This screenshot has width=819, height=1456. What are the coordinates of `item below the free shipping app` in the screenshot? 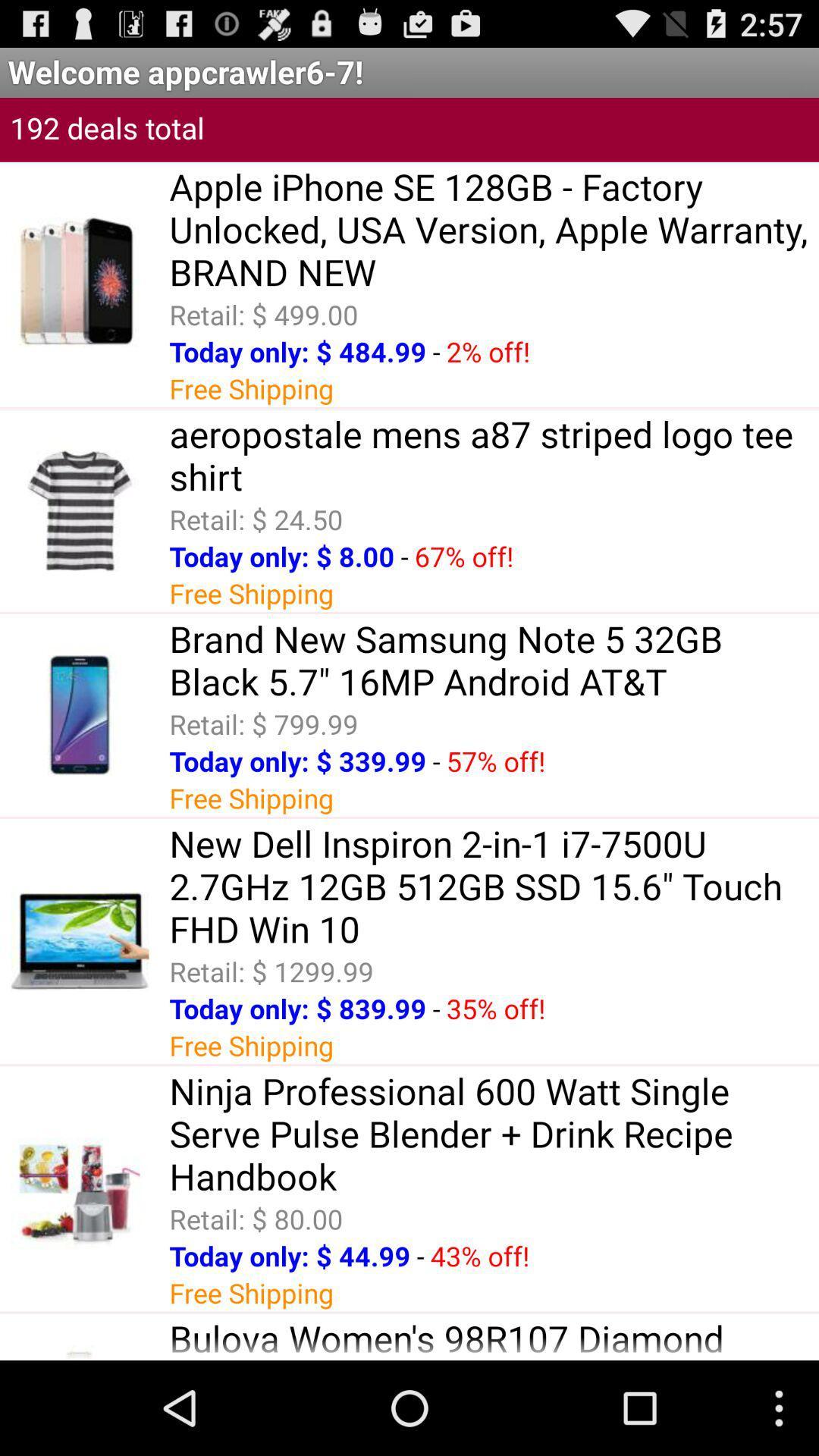 It's located at (494, 886).